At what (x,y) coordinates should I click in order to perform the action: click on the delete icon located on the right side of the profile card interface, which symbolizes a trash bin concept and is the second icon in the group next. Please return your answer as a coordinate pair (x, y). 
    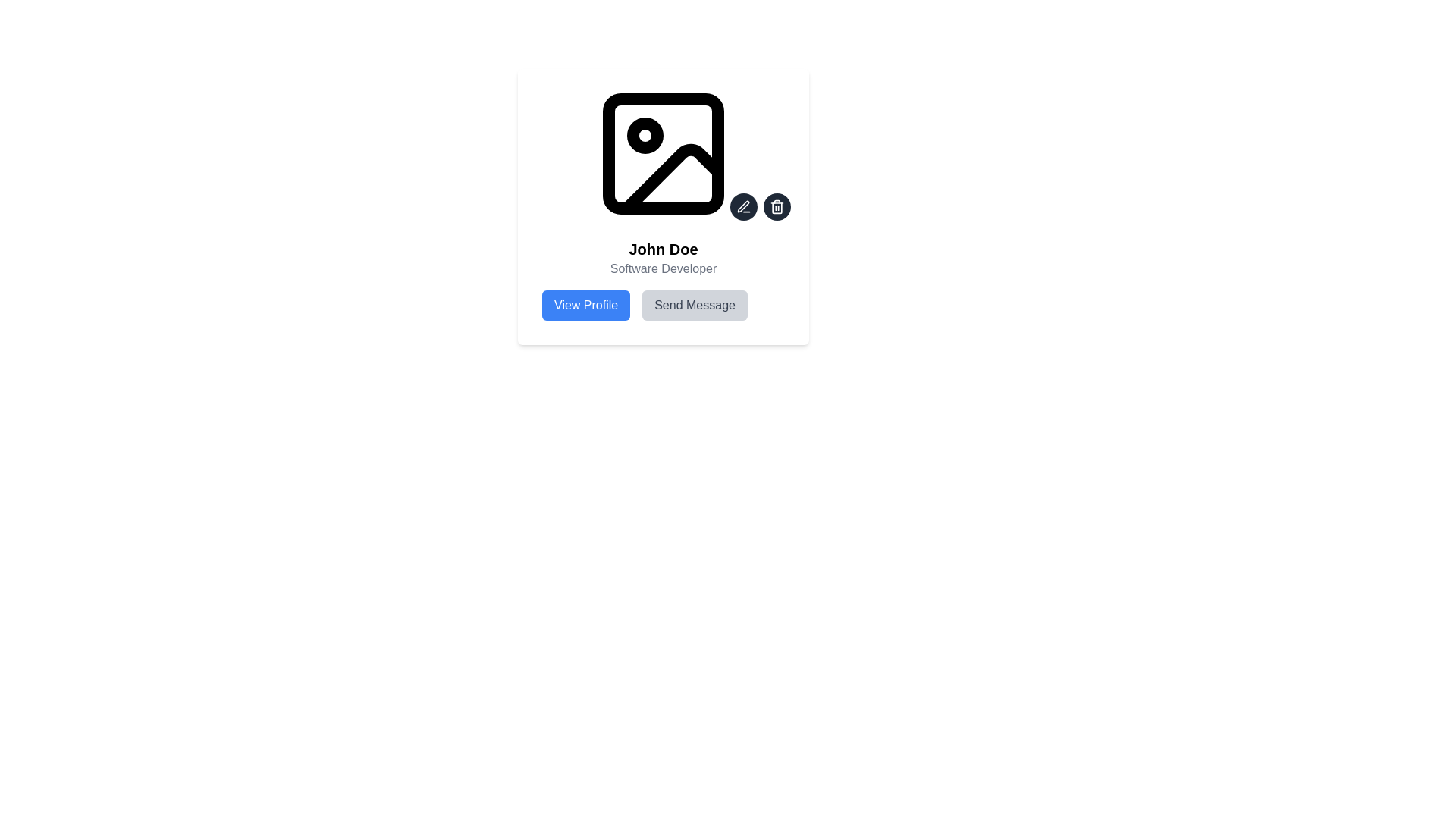
    Looking at the image, I should click on (777, 208).